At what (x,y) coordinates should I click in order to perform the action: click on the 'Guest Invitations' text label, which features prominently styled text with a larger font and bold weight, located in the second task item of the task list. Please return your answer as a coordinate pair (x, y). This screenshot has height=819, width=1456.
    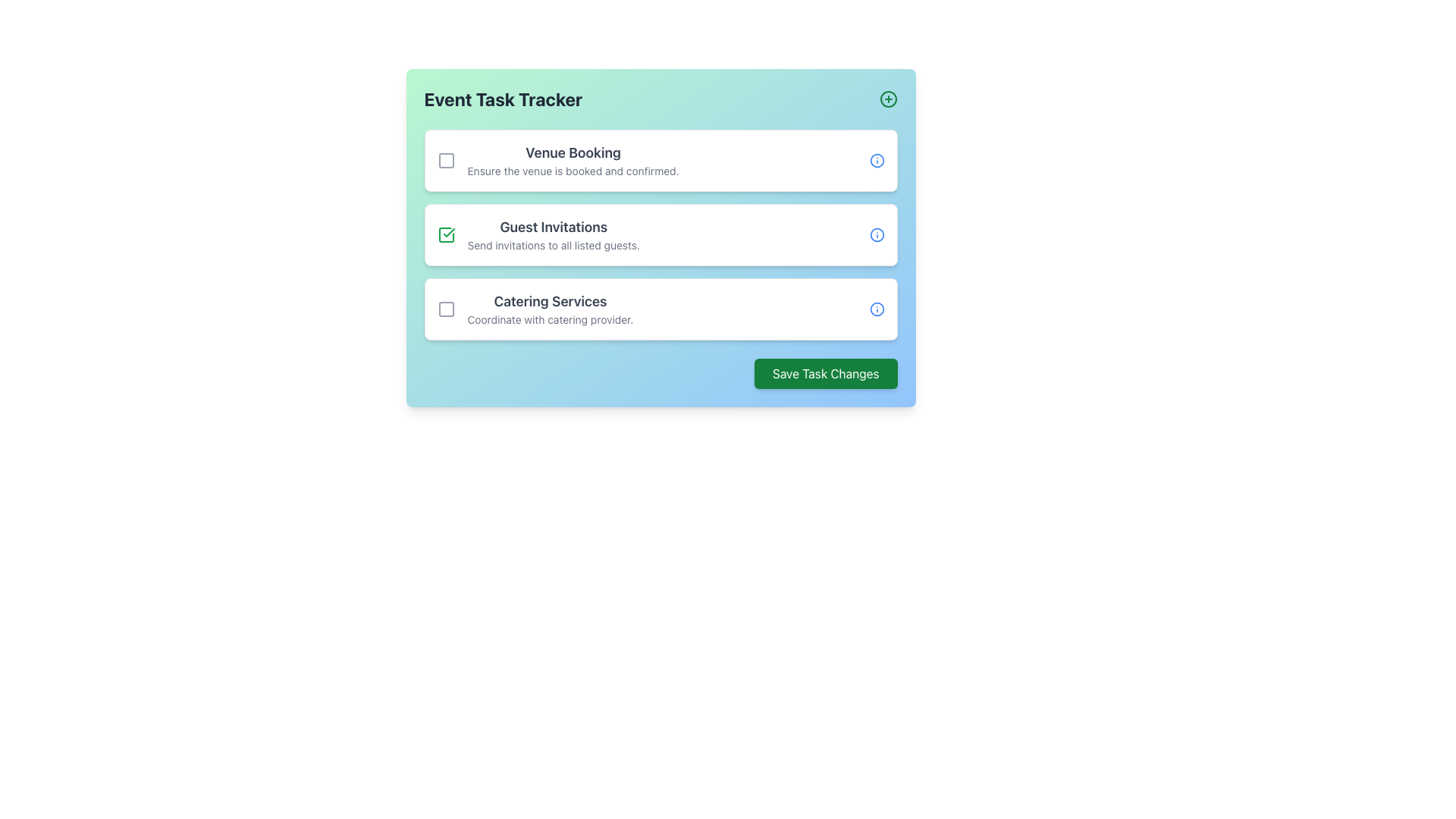
    Looking at the image, I should click on (553, 234).